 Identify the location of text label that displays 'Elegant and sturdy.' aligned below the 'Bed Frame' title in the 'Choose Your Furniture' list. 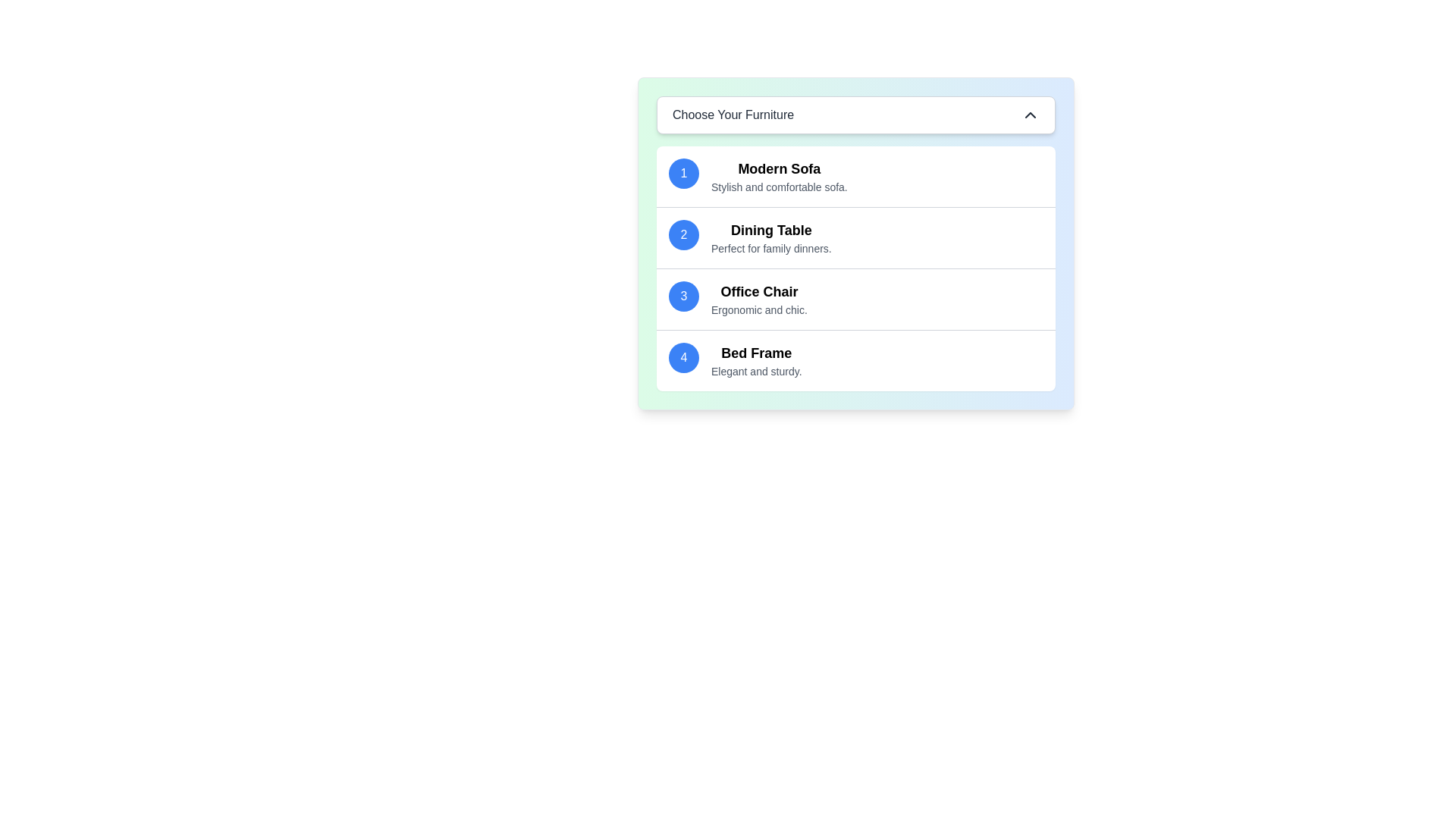
(756, 371).